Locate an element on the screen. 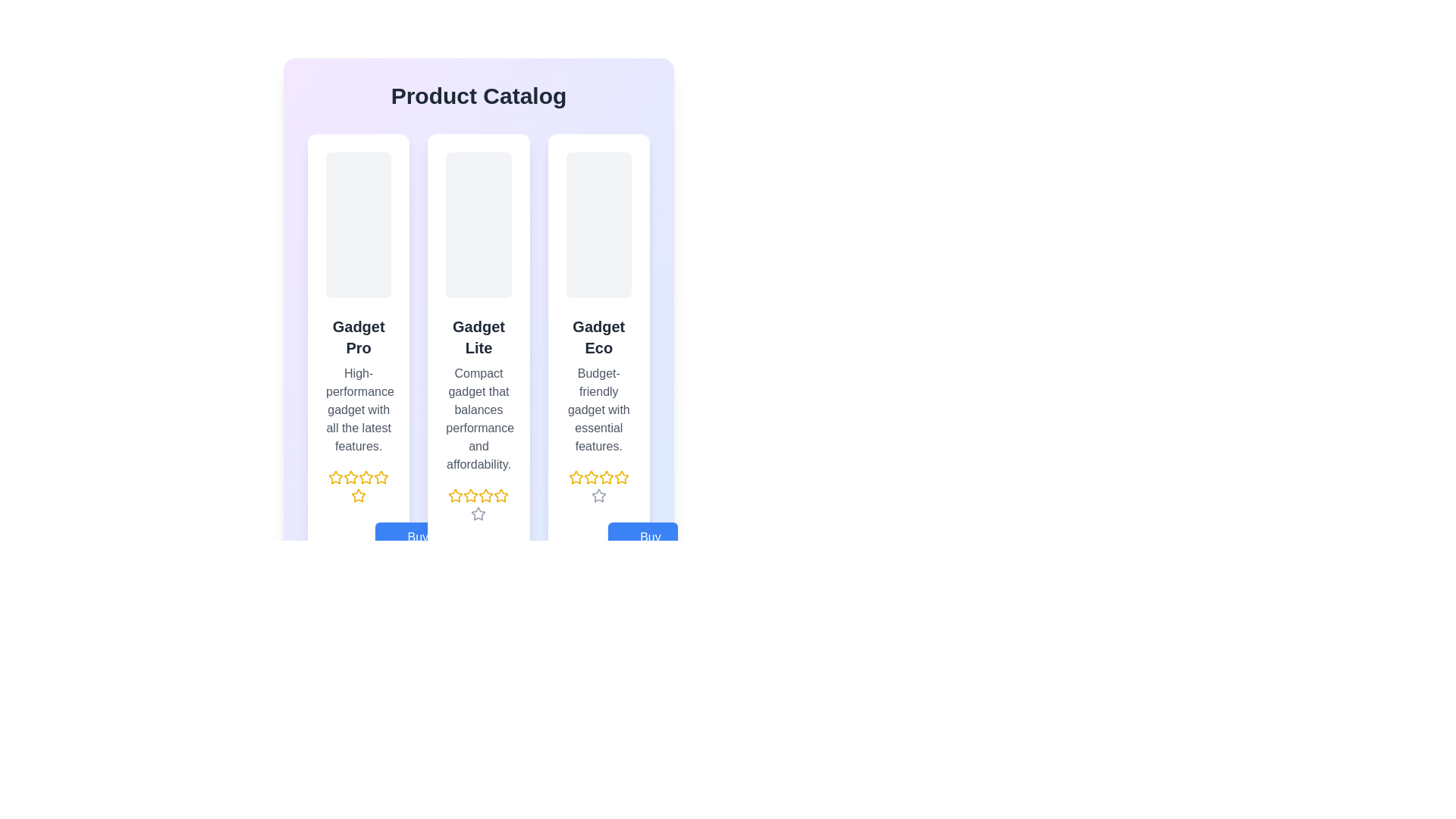  the third star icon in the rating section of the 'Gadget Lite' product is located at coordinates (470, 495).